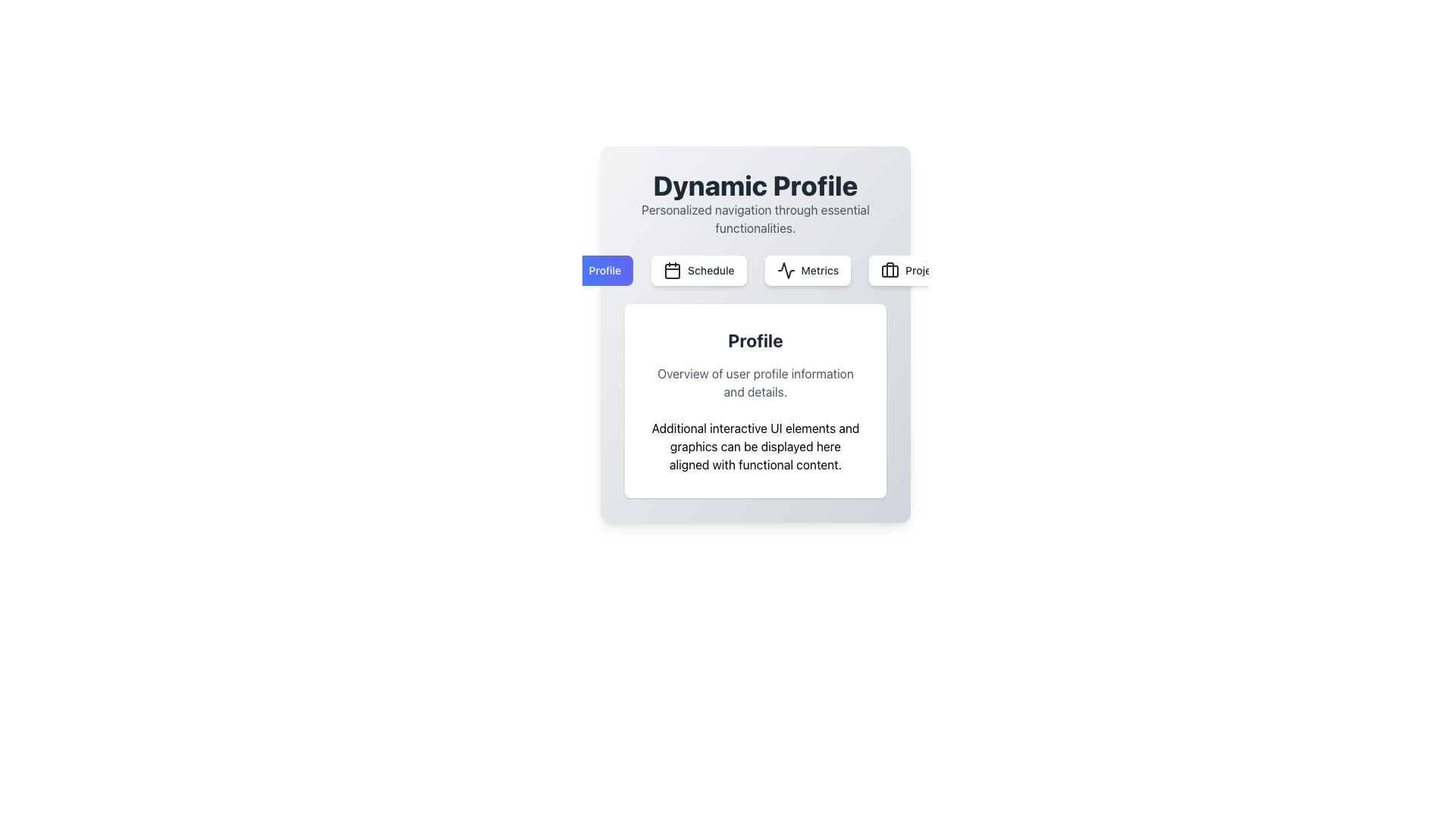 Image resolution: width=1456 pixels, height=819 pixels. I want to click on the static text element that provides a brief description or tagline summarizing the functionalities available in the section, located below the bold header 'Dynamic Profile', so click(755, 219).